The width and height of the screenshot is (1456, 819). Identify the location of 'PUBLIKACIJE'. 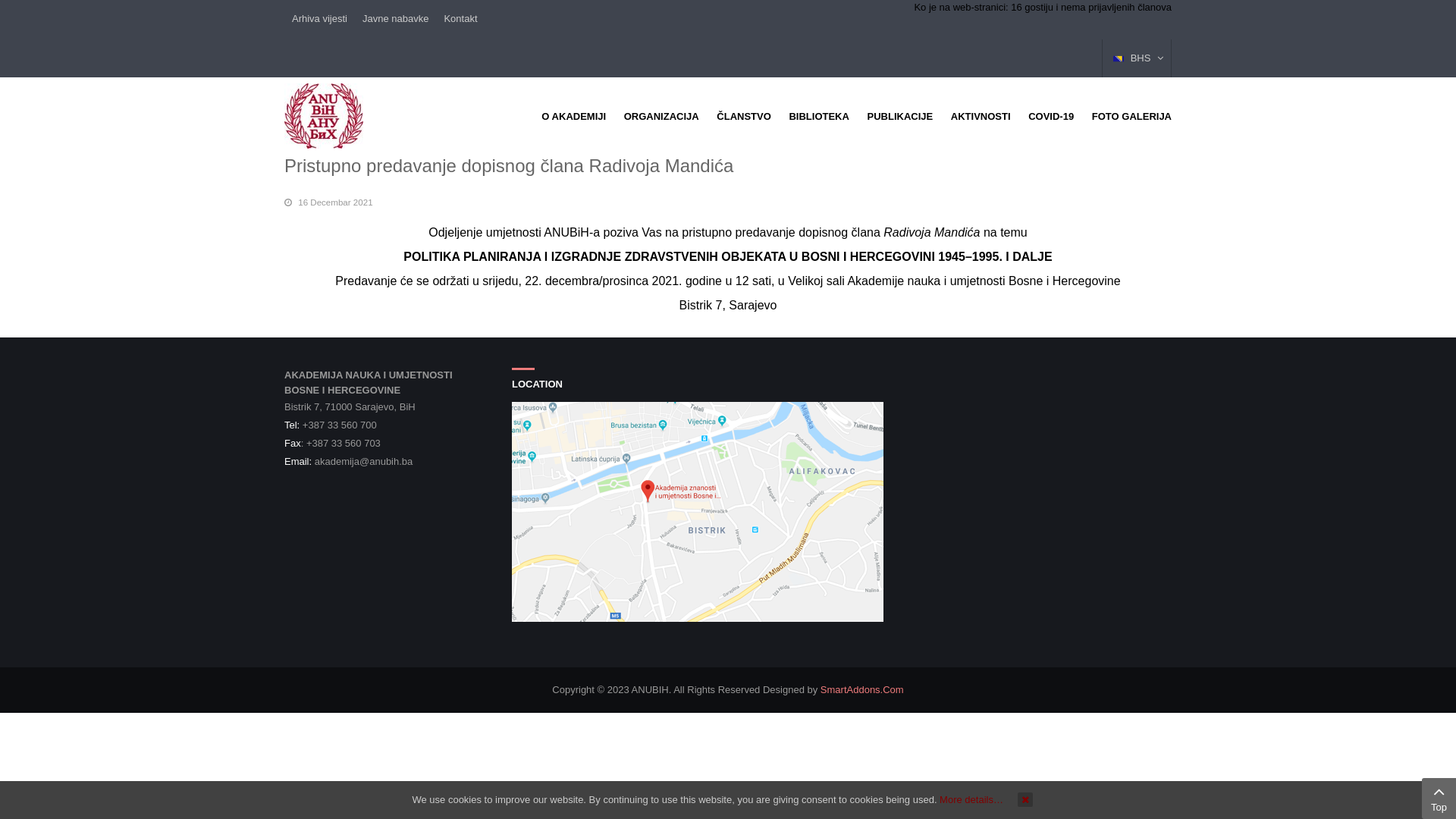
(867, 116).